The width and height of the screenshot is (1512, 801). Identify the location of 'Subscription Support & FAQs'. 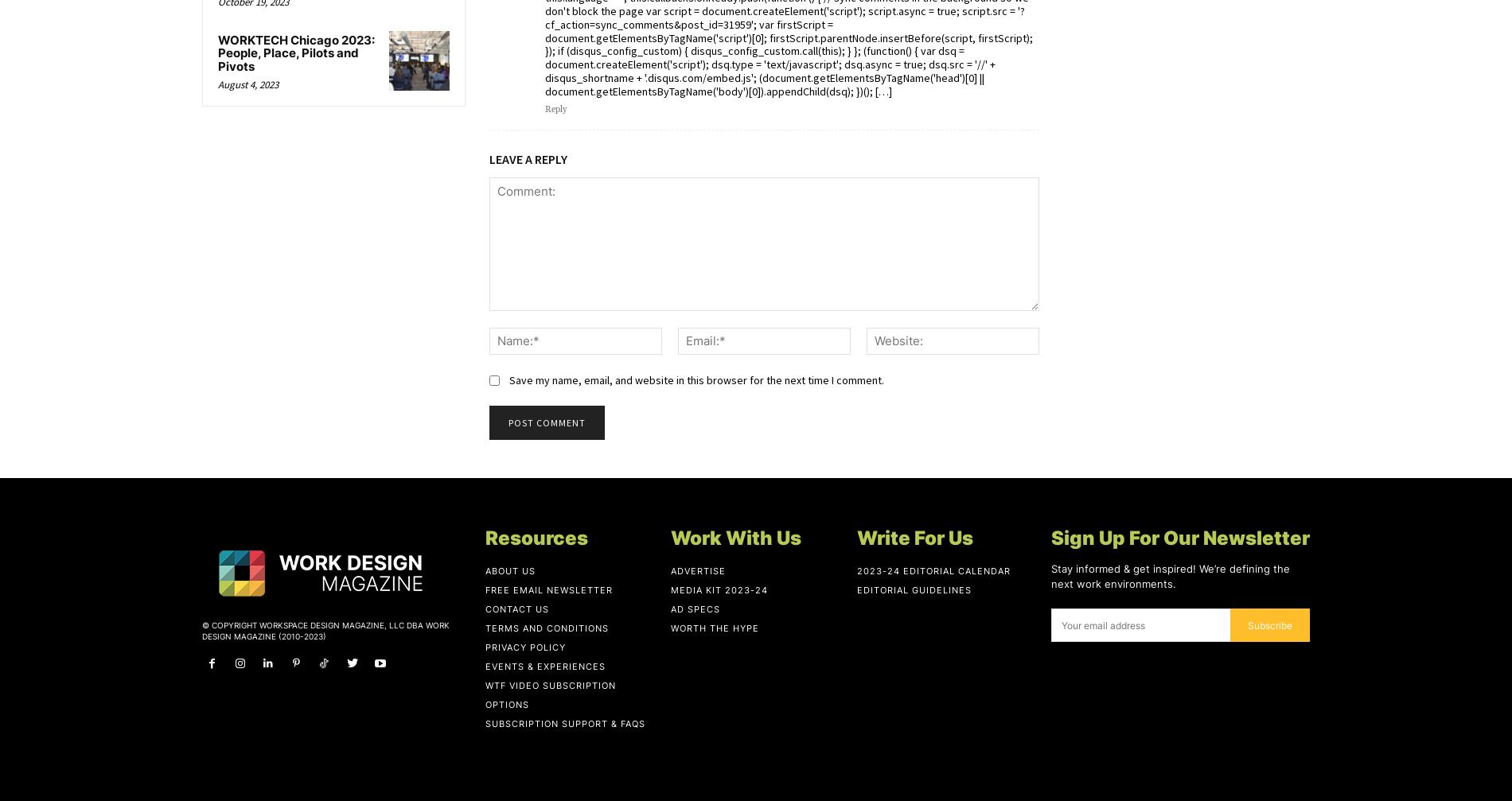
(564, 723).